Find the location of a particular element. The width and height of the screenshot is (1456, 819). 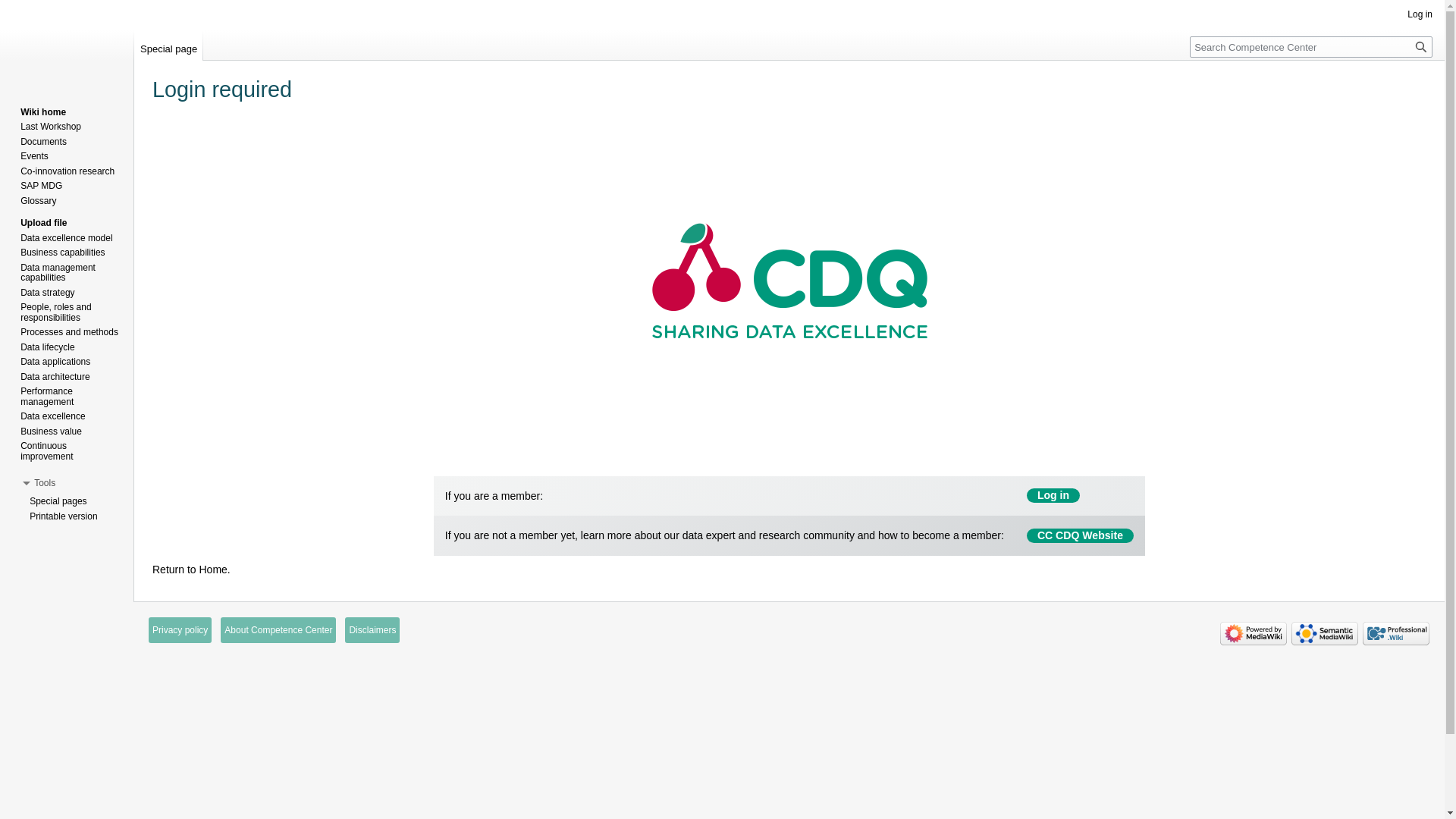

'Continuous improvement' is located at coordinates (46, 450).